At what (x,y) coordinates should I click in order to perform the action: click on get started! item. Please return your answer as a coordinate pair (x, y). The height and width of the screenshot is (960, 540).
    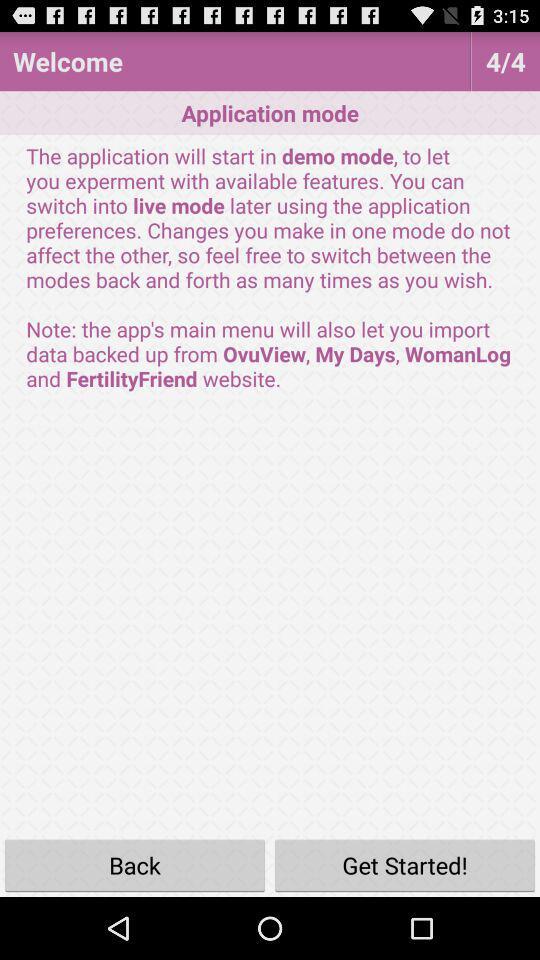
    Looking at the image, I should click on (405, 864).